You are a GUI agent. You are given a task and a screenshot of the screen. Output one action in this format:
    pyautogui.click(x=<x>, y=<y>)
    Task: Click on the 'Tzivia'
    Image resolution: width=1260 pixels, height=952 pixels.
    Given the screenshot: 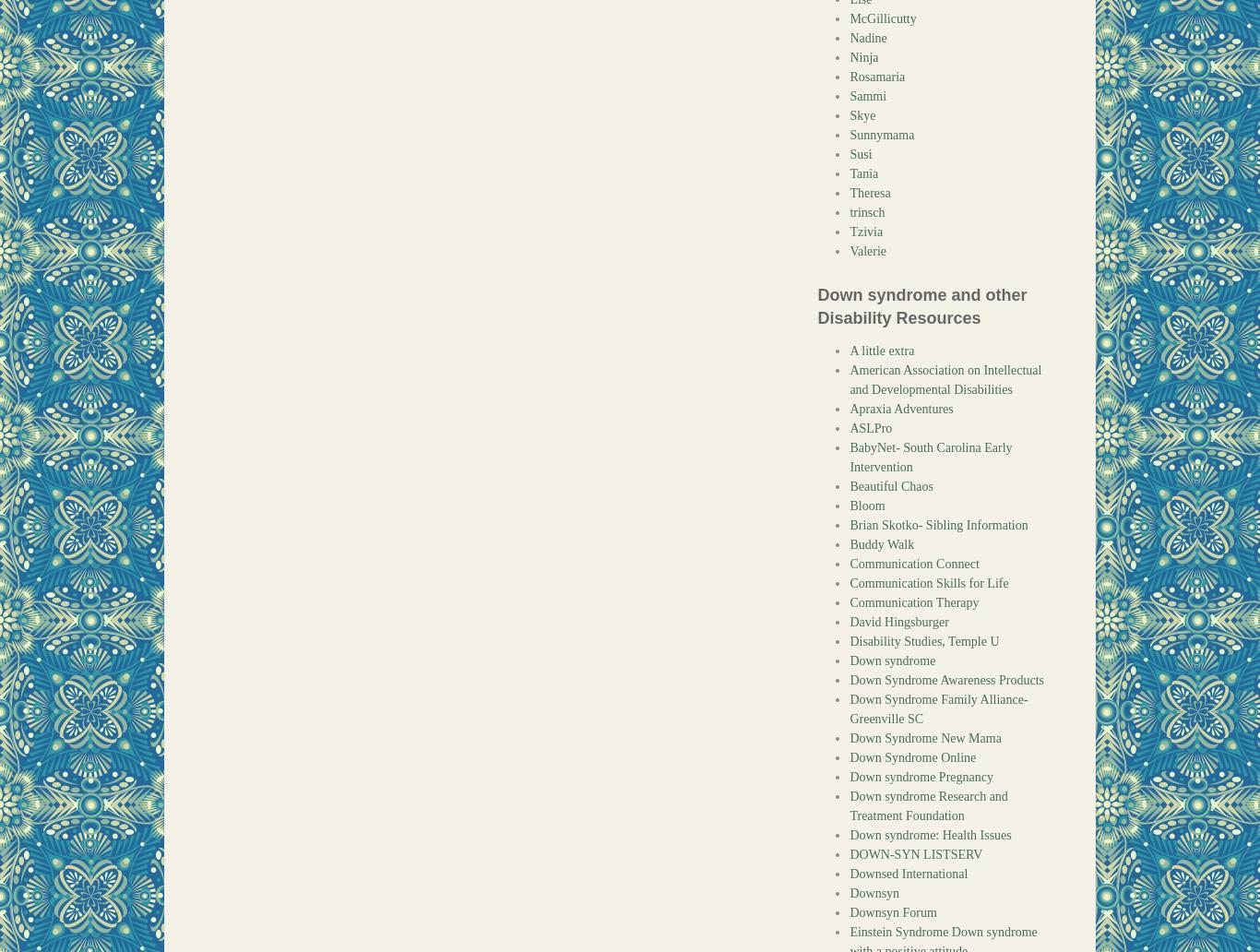 What is the action you would take?
    pyautogui.click(x=865, y=231)
    